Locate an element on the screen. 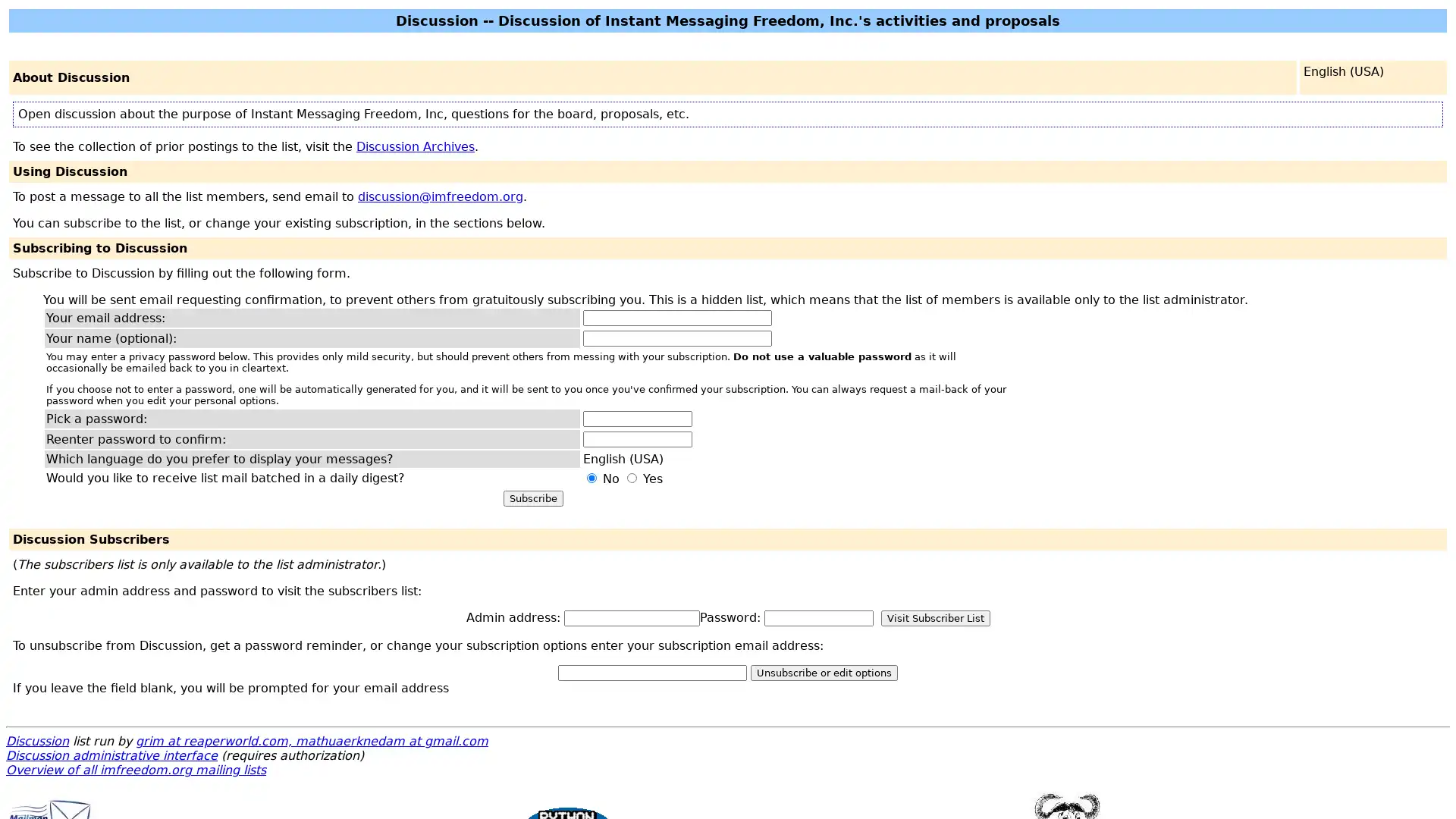 The width and height of the screenshot is (1456, 819). Unsubscribe or edit options is located at coordinates (823, 671).